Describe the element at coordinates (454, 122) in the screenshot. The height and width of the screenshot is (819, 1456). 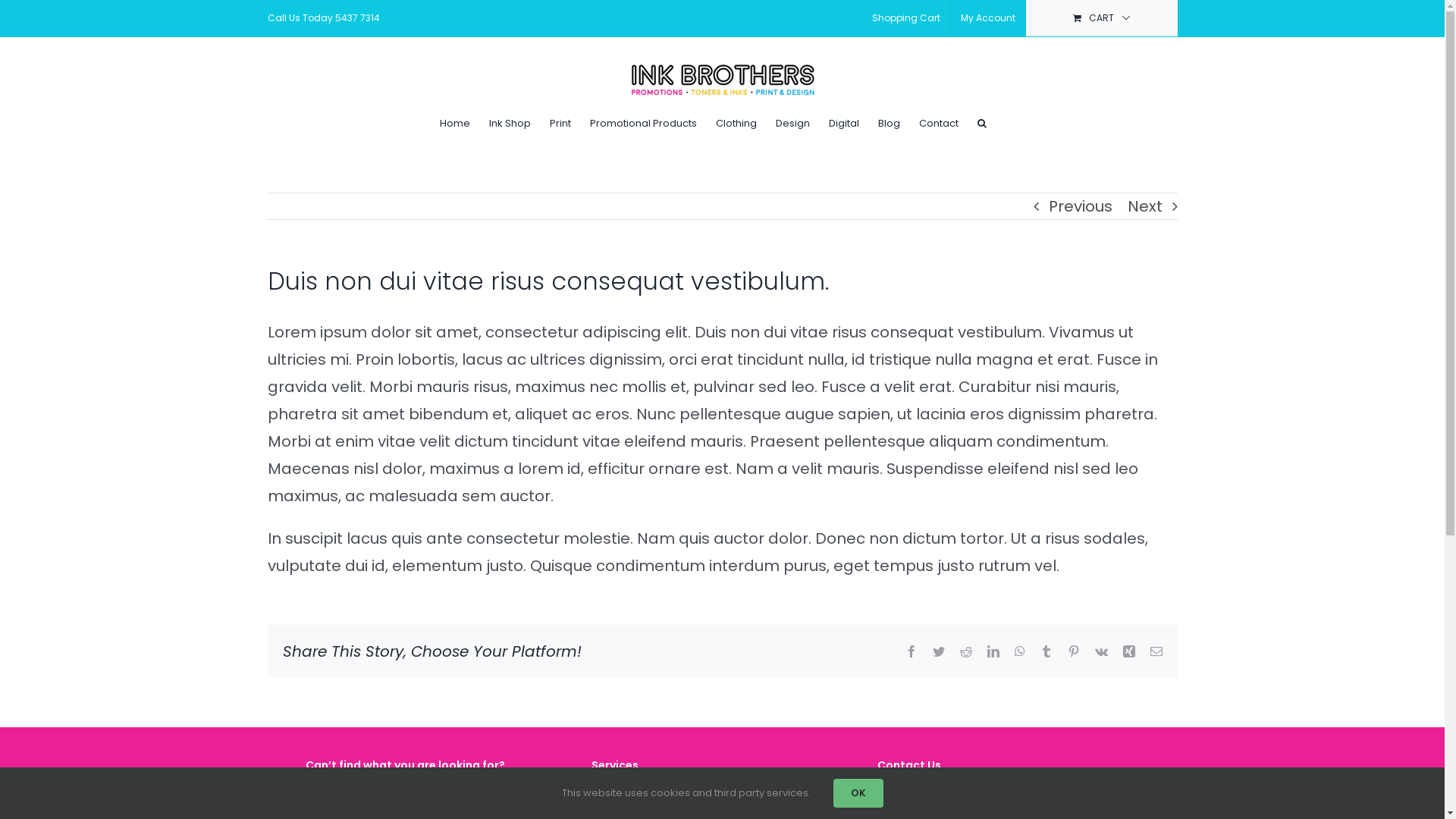
I see `'Home'` at that location.